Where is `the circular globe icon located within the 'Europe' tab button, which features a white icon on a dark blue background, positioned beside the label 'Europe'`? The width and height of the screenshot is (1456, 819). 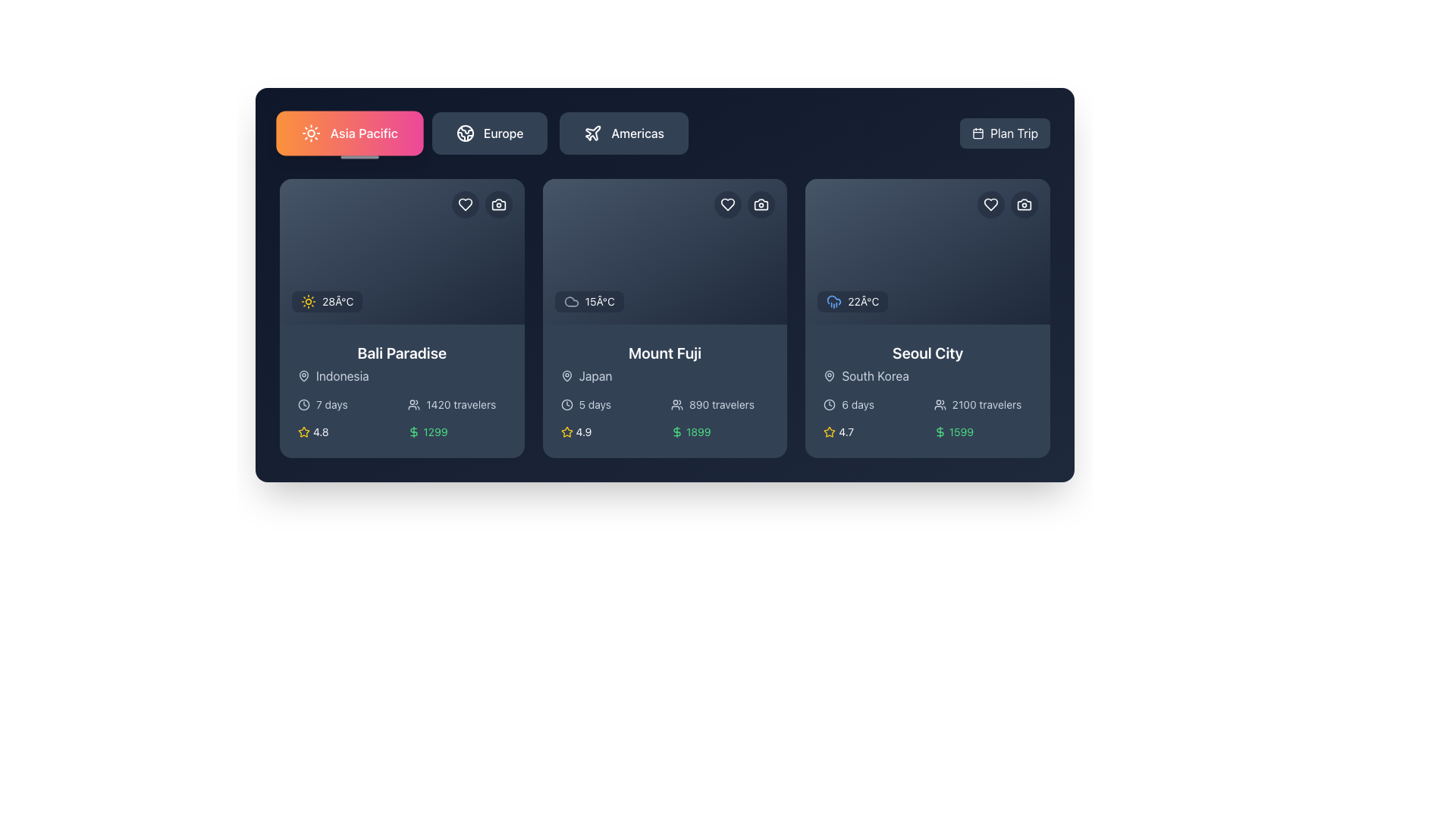
the circular globe icon located within the 'Europe' tab button, which features a white icon on a dark blue background, positioned beside the label 'Europe' is located at coordinates (465, 133).